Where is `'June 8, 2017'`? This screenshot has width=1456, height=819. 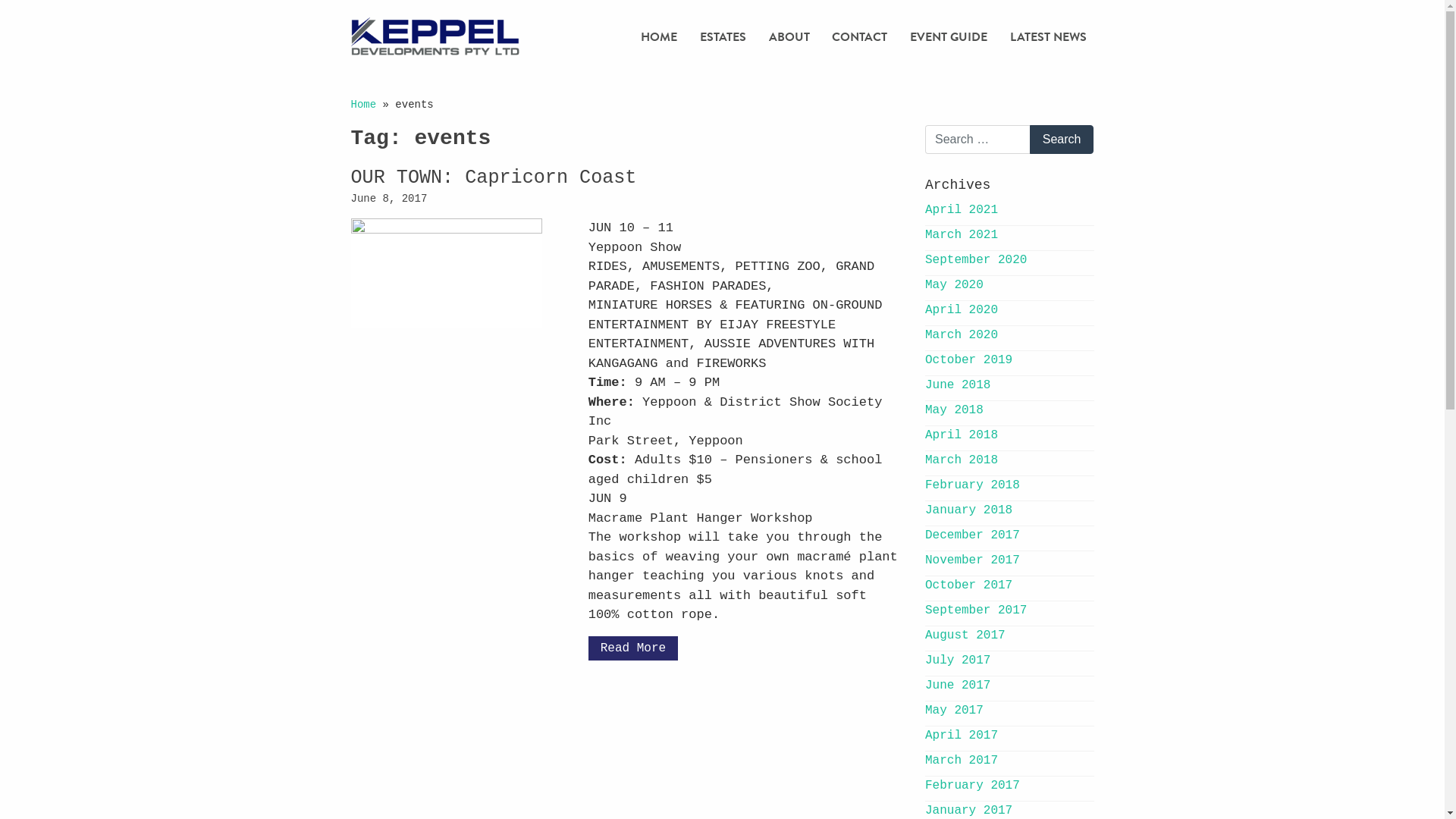 'June 8, 2017' is located at coordinates (388, 198).